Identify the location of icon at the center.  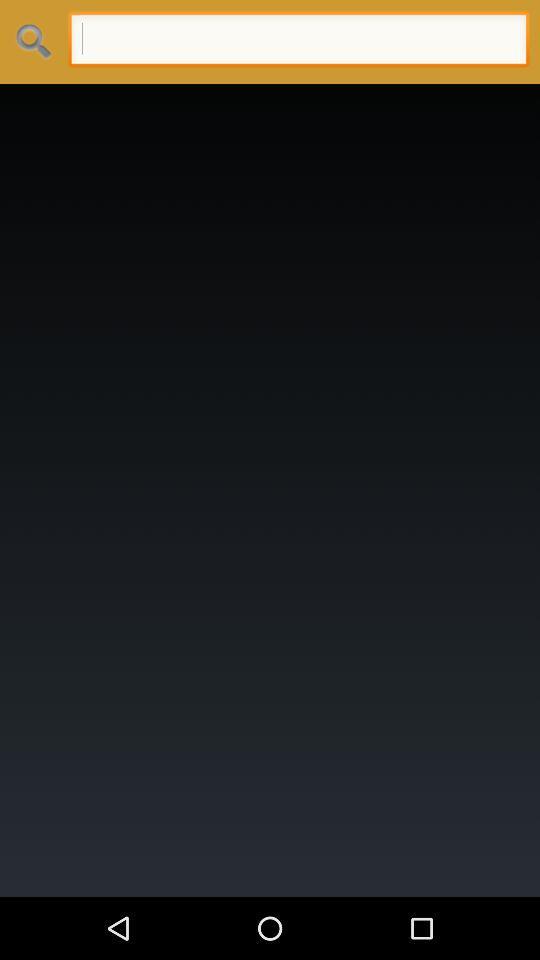
(270, 489).